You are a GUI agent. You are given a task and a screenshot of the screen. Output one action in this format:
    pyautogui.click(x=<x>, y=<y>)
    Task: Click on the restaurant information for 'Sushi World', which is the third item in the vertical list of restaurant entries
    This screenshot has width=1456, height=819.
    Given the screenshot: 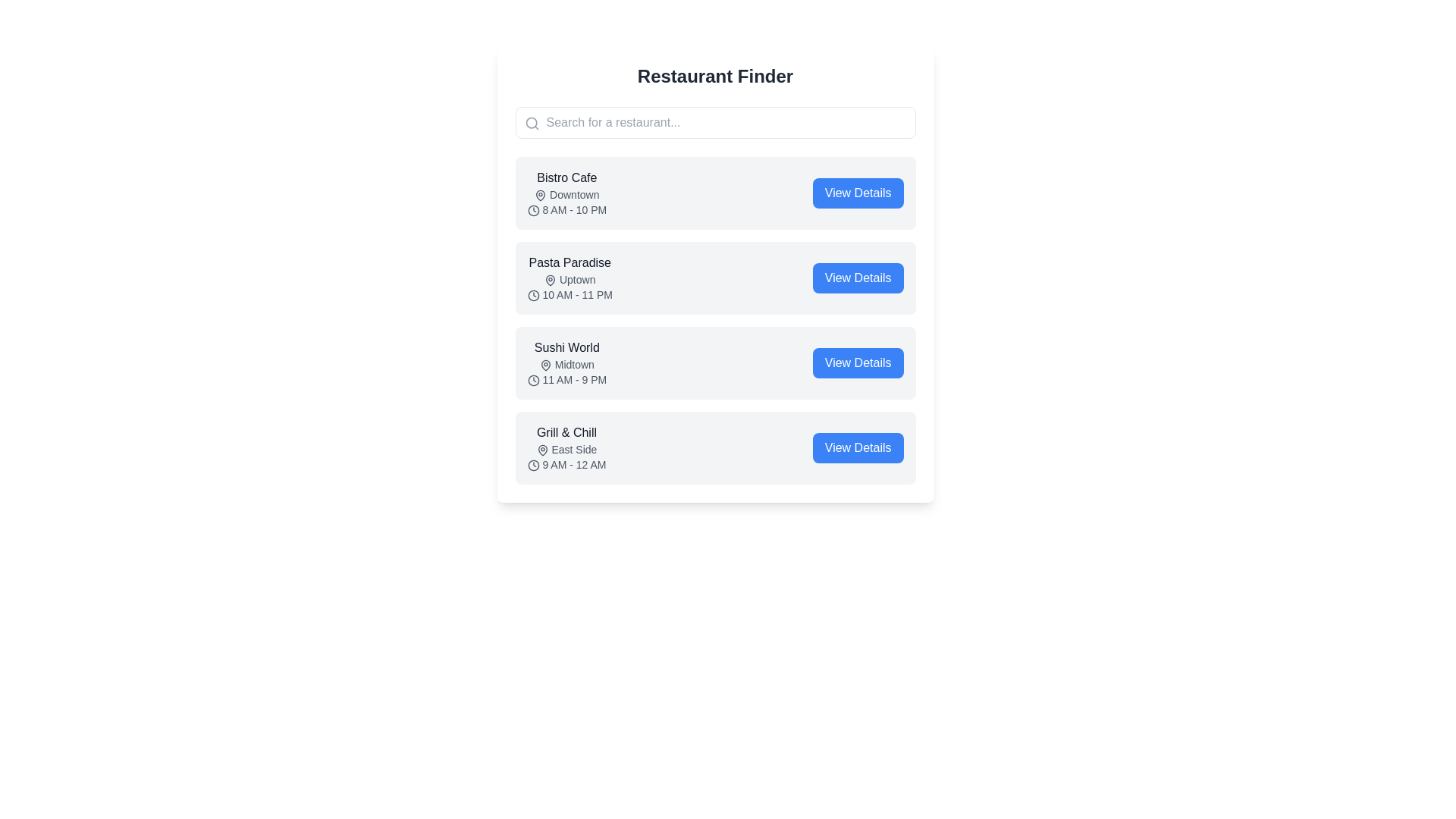 What is the action you would take?
    pyautogui.click(x=714, y=362)
    